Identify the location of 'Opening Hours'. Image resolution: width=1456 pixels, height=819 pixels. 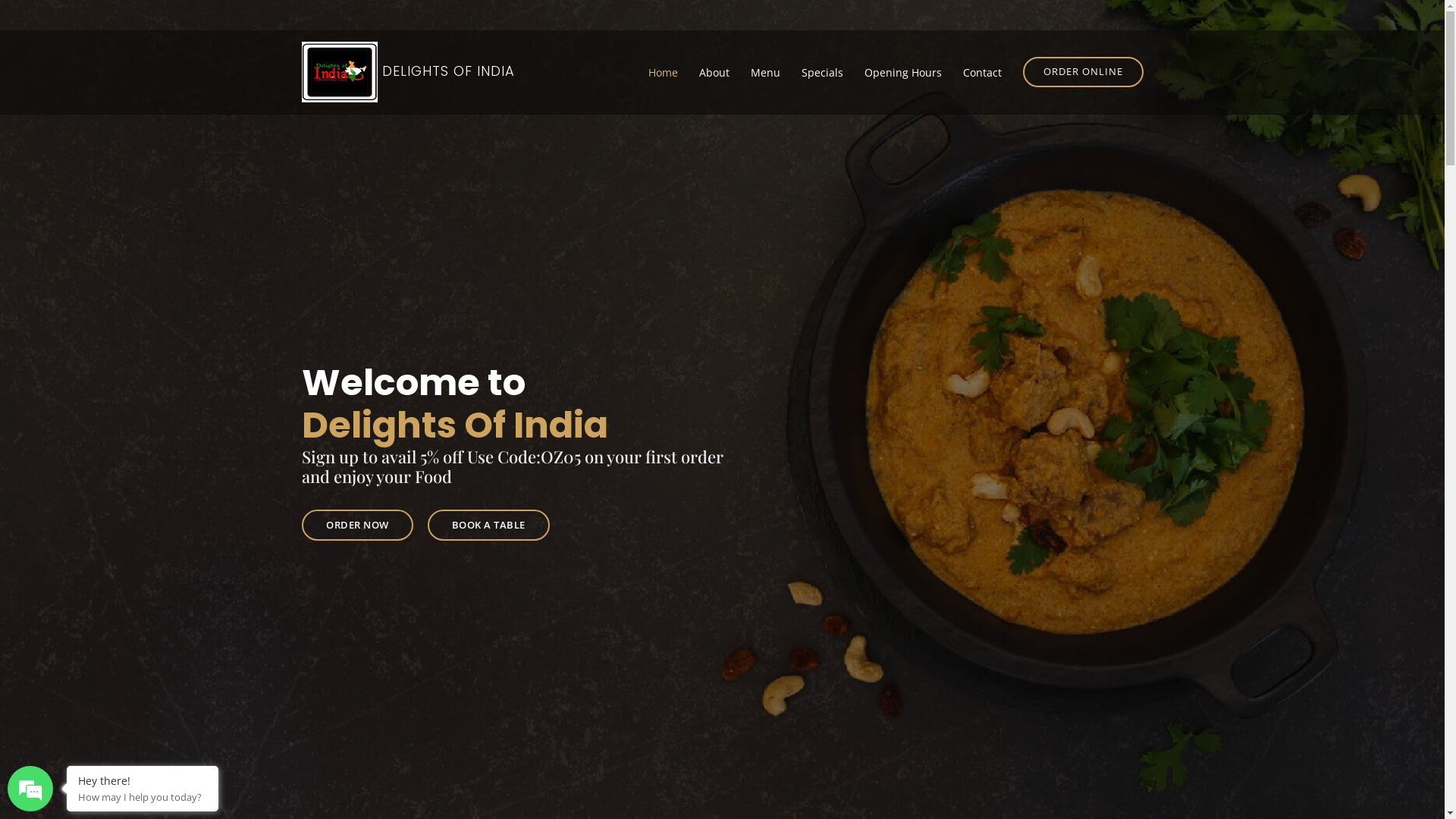
(902, 71).